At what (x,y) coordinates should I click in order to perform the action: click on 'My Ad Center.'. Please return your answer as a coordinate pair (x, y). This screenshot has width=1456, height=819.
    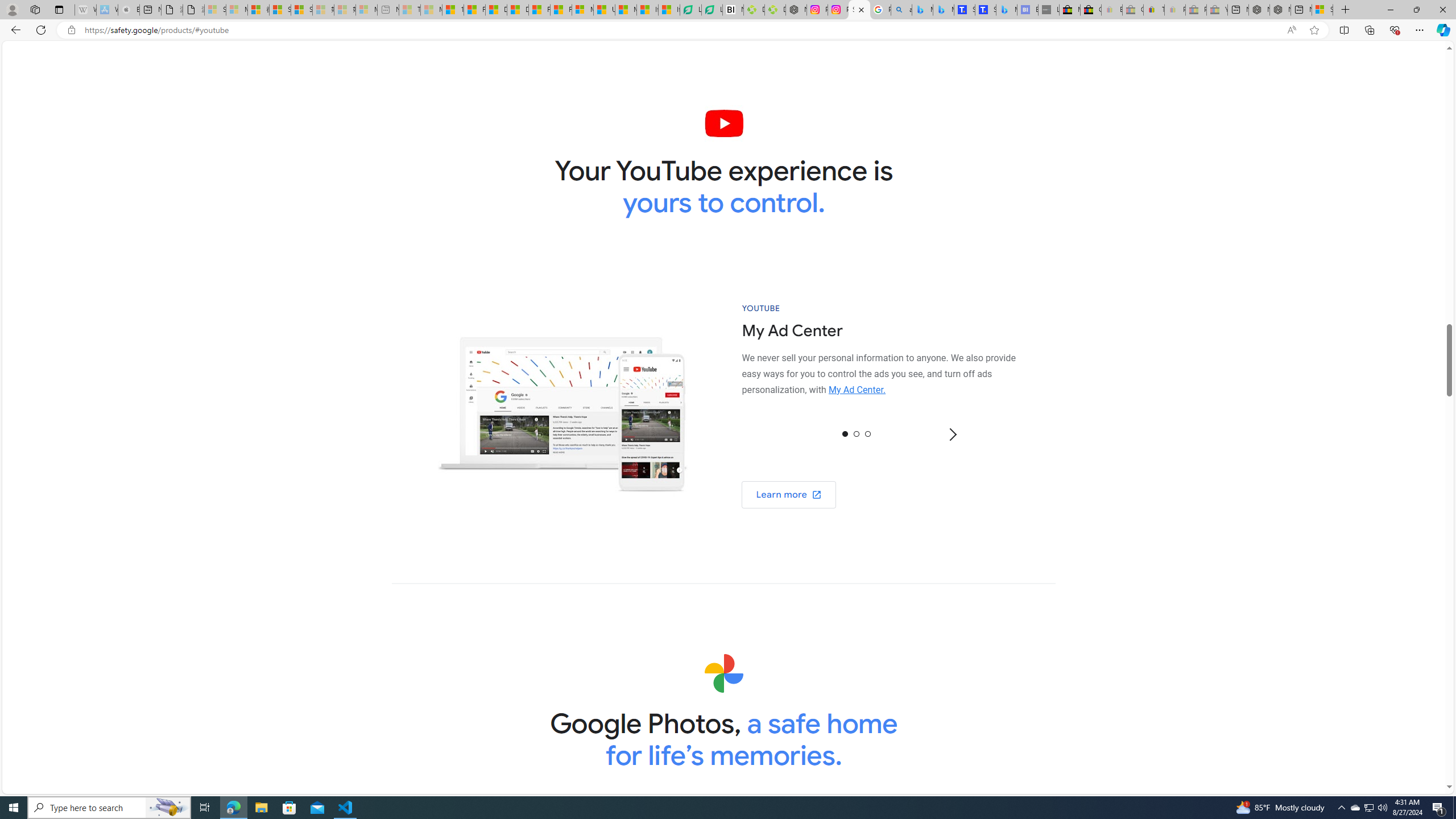
    Looking at the image, I should click on (857, 390).